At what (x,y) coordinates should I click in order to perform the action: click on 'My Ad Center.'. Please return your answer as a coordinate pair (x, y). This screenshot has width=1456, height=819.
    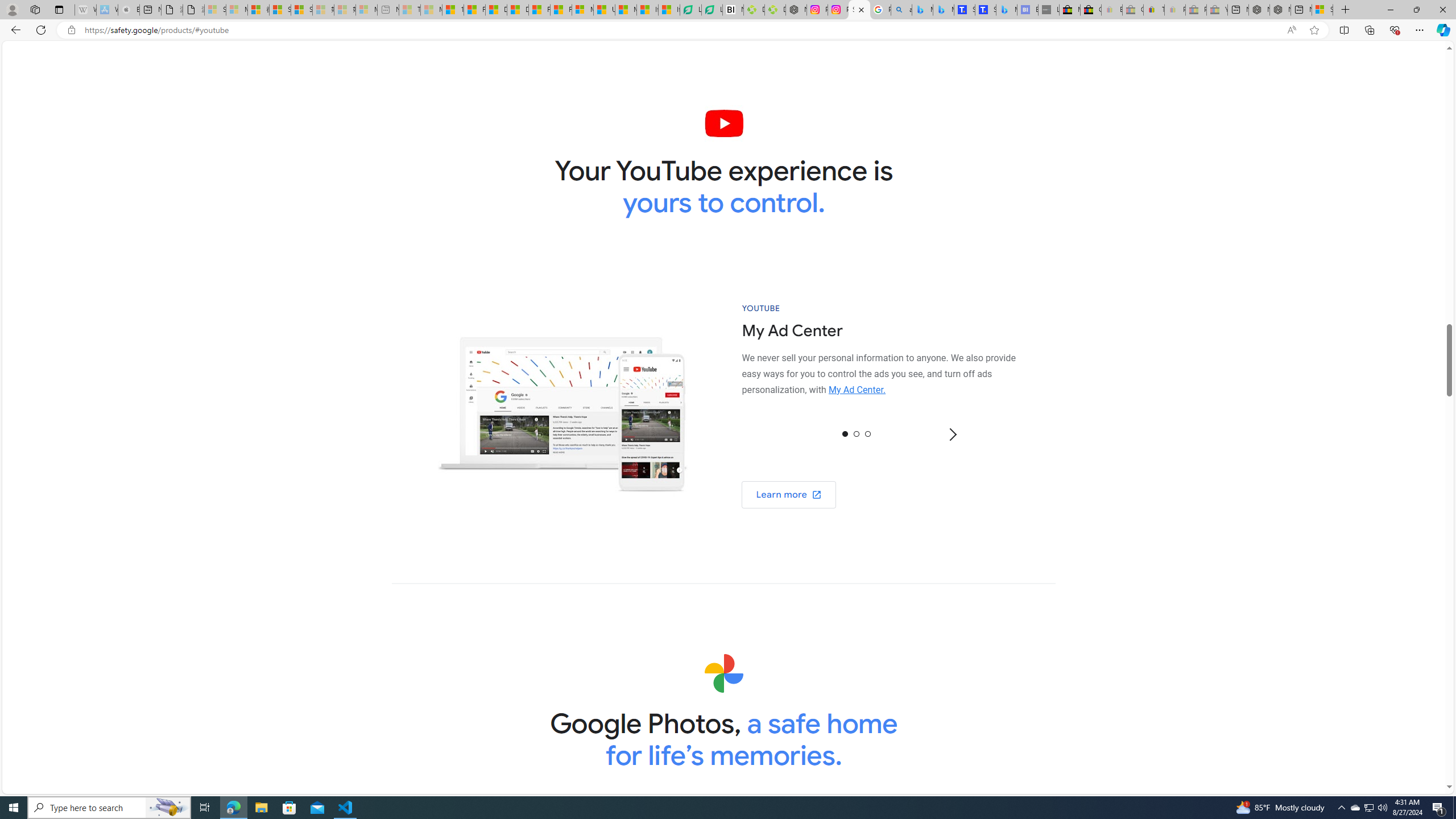
    Looking at the image, I should click on (857, 390).